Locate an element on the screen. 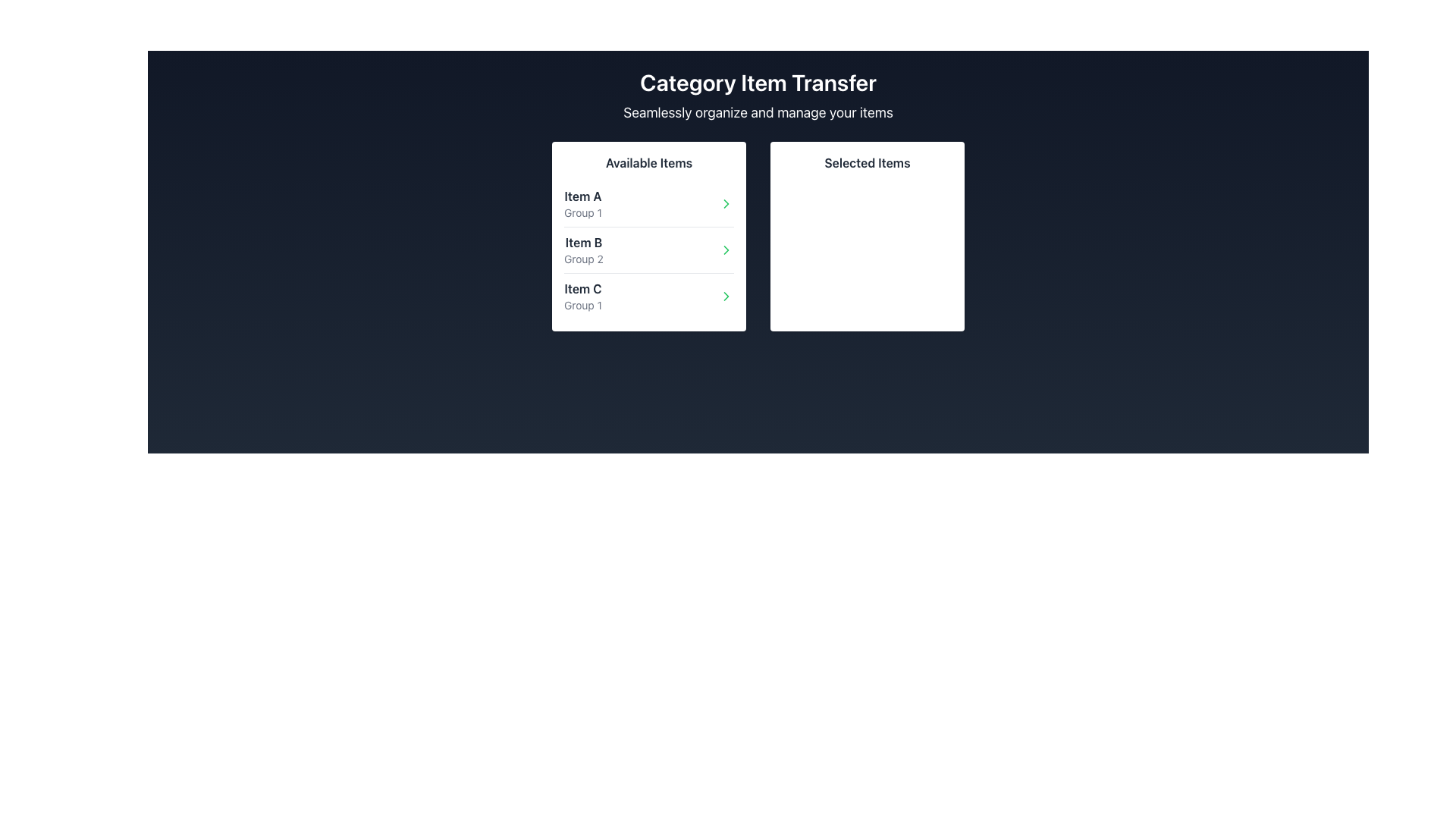 This screenshot has width=1456, height=819. the text label displaying 'Group 1', which is located below 'Item A' in the 'Available Items' section on the left panel of the interface is located at coordinates (582, 213).